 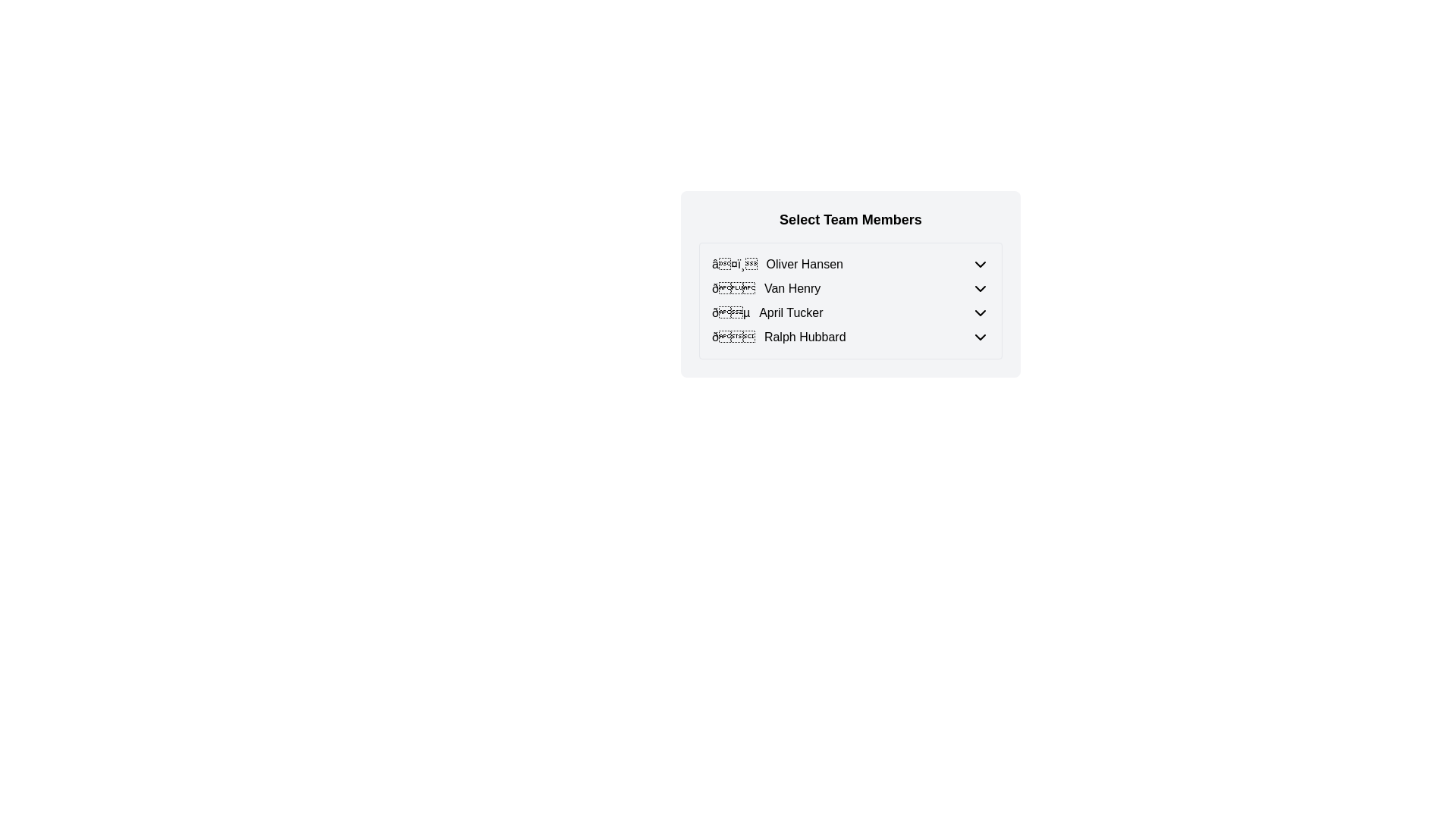 What do you see at coordinates (766, 289) in the screenshot?
I see `the profile information text element displaying the emoji and name 'Van Henry' in the selection list, which is the second item under the header 'Select Team Members'` at bounding box center [766, 289].